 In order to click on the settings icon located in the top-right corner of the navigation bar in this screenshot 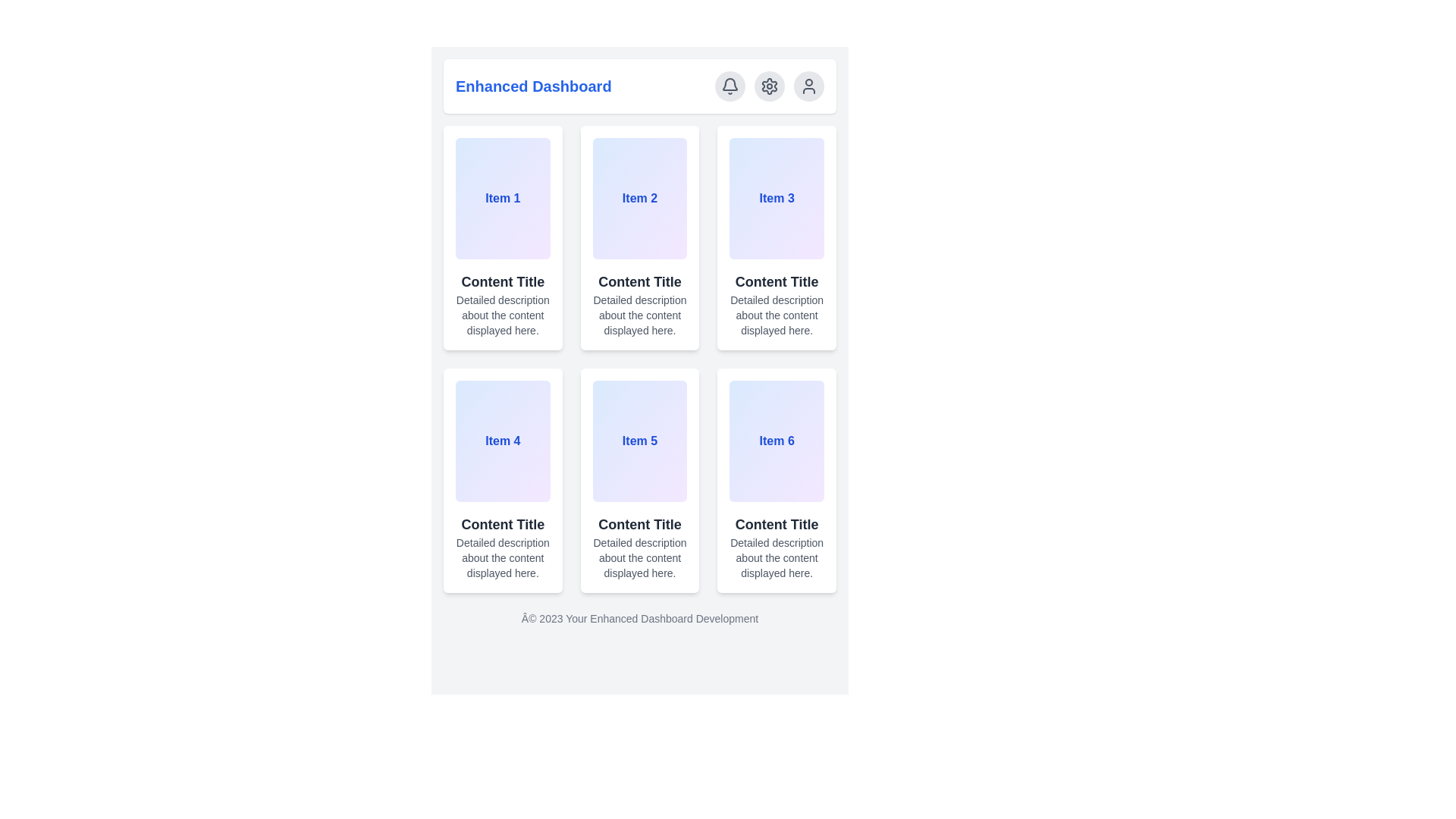, I will do `click(769, 86)`.